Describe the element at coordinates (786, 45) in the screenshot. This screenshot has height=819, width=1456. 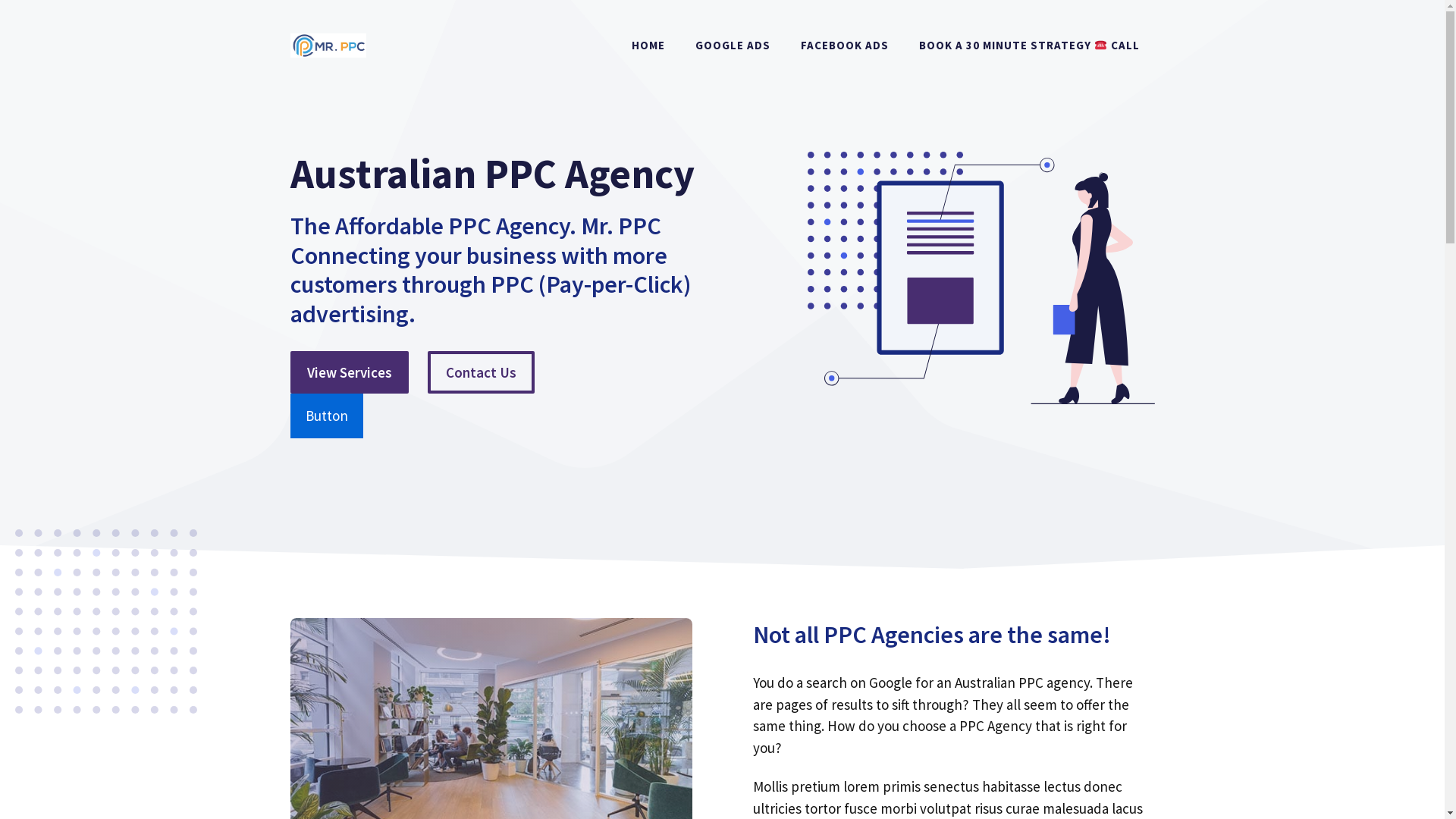
I see `'FACEBOOK ADS'` at that location.